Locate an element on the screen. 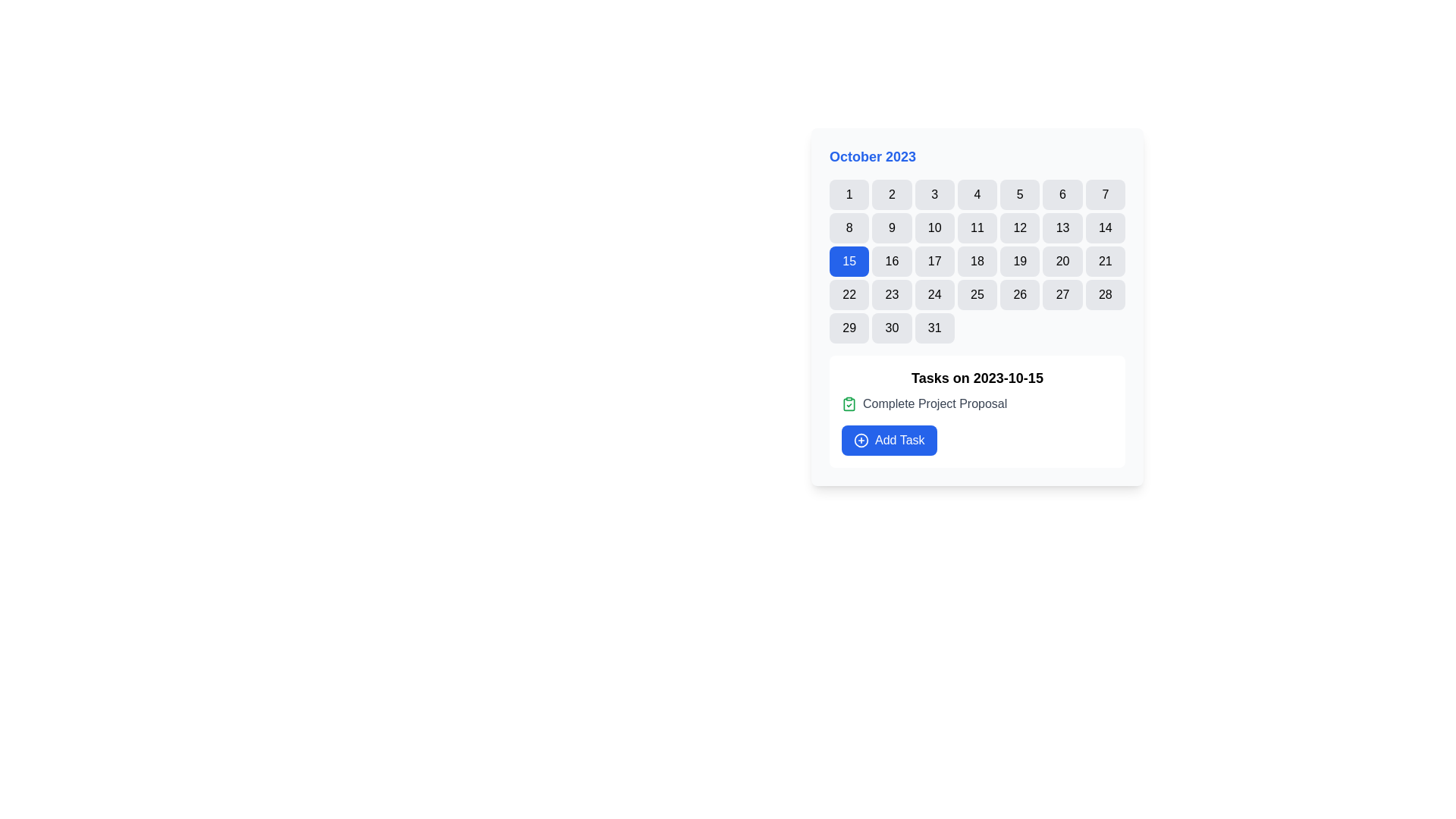 Image resolution: width=1456 pixels, height=819 pixels. the button with the number '6' in black text, which is styled with a gray background and is located in the topmost row of the calendar grid is located at coordinates (1062, 194).